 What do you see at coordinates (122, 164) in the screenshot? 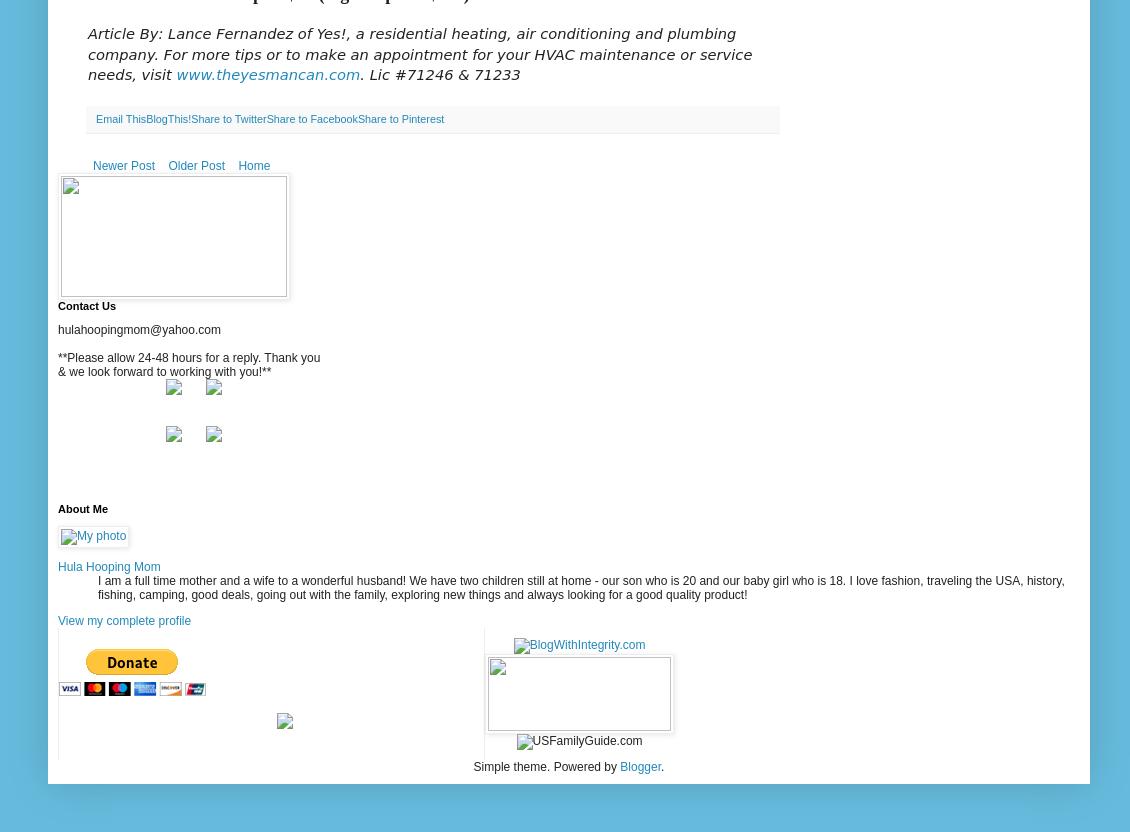
I see `'Newer Post'` at bounding box center [122, 164].